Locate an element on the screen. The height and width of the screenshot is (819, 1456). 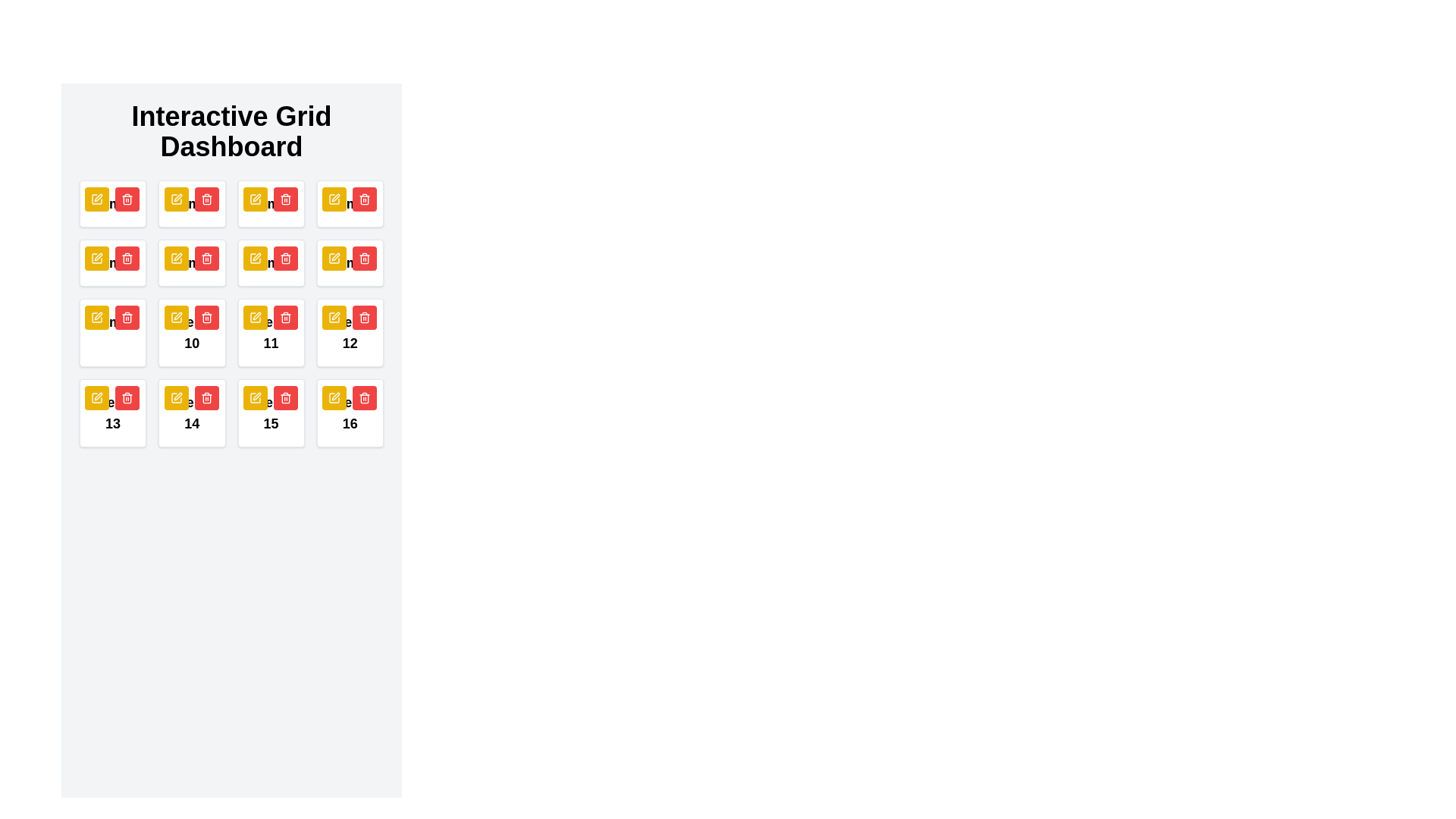
the trash bin icon button is located at coordinates (285, 397).